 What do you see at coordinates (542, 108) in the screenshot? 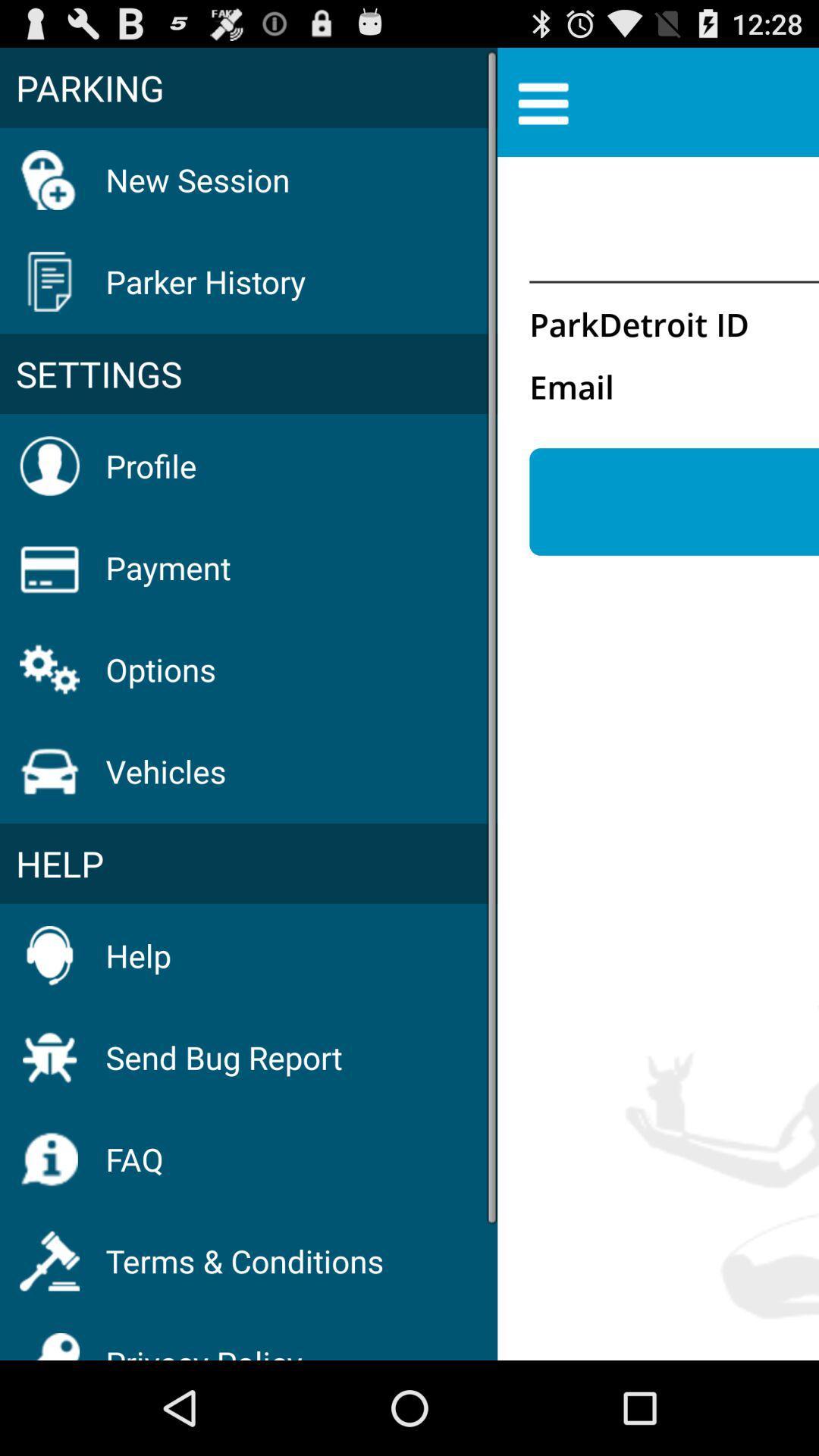
I see `the menu icon` at bounding box center [542, 108].